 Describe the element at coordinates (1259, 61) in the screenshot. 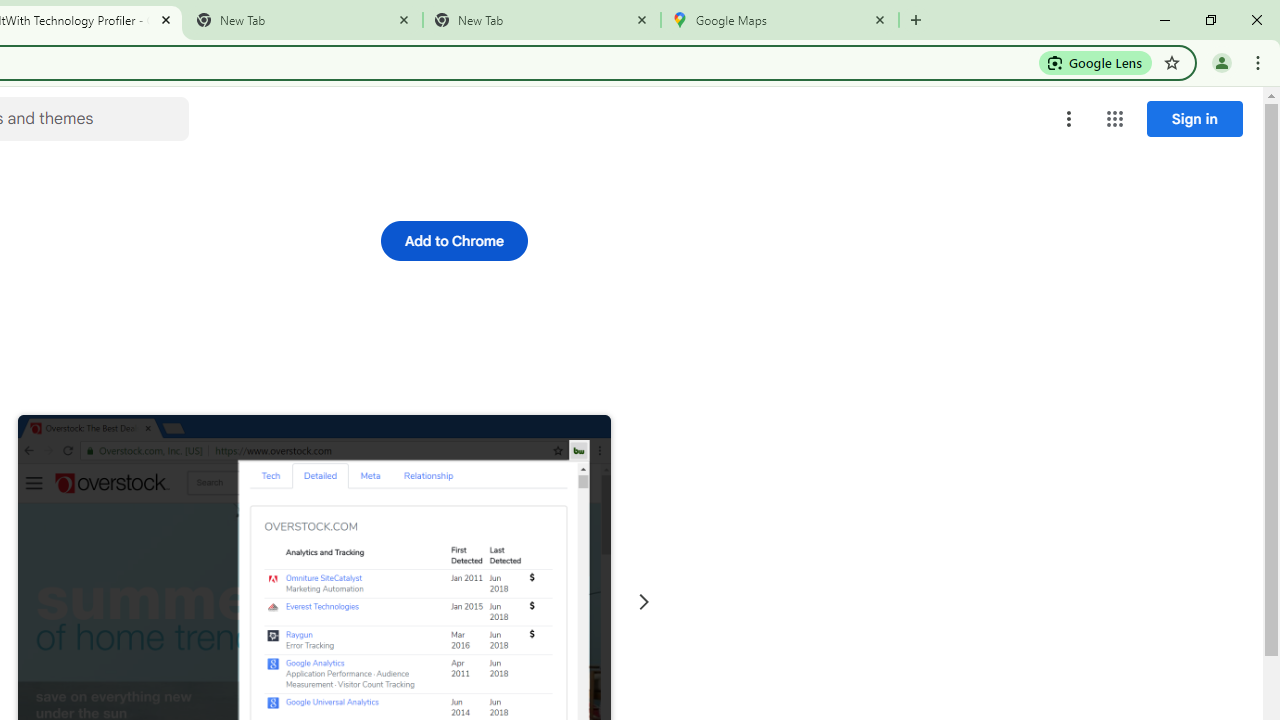

I see `'Chrome'` at that location.